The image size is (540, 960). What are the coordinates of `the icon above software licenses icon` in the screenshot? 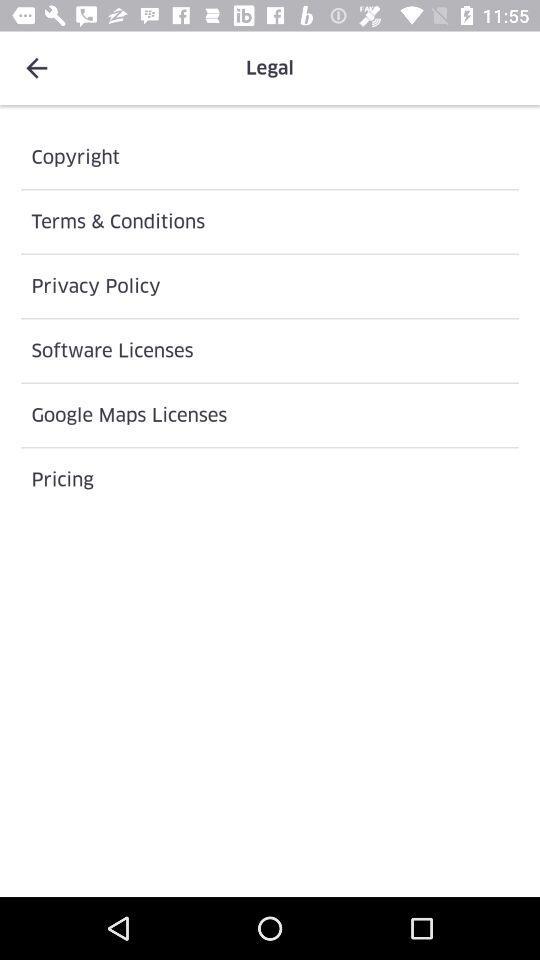 It's located at (270, 285).